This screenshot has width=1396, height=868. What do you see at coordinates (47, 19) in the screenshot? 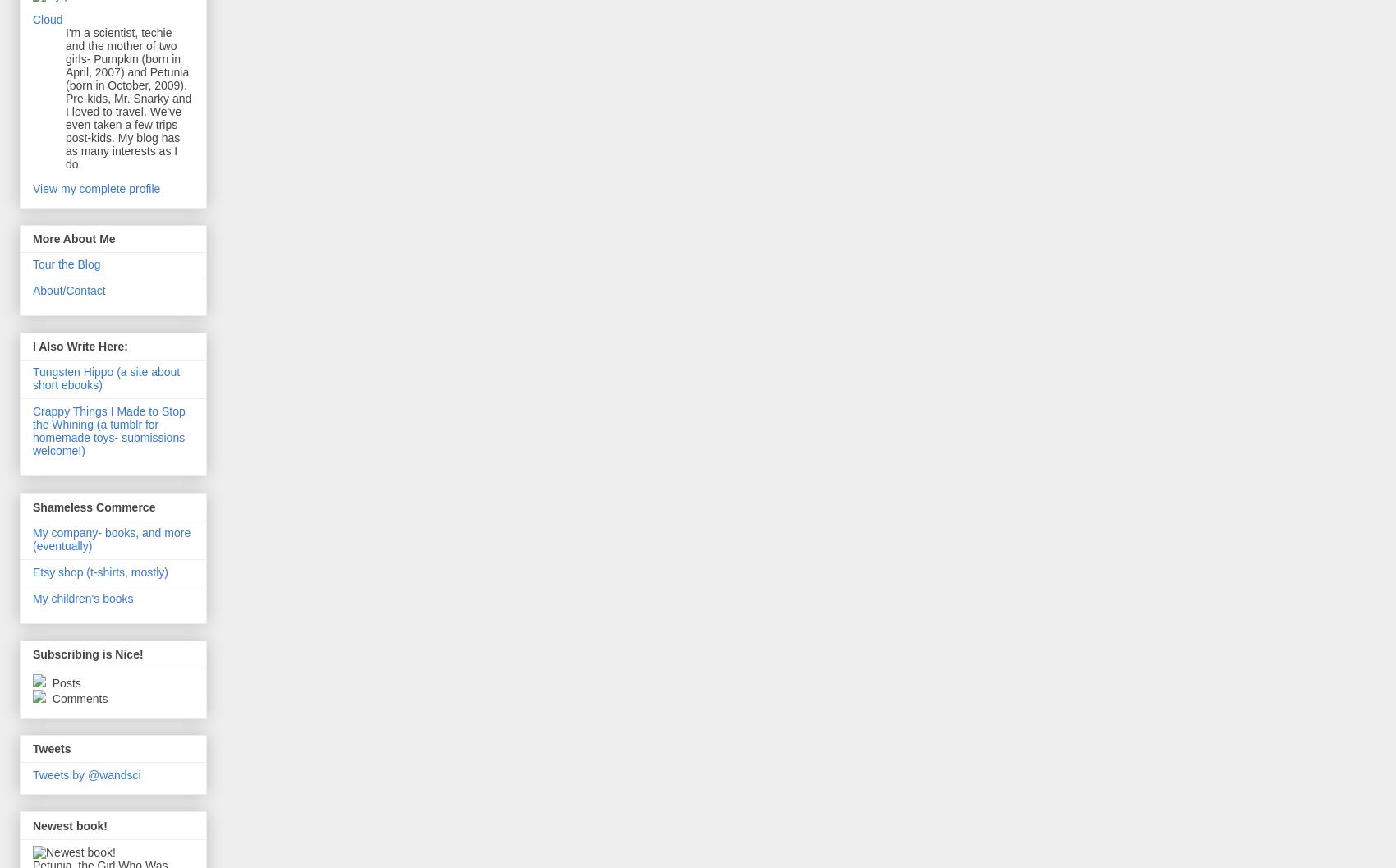
I see `'Cloud'` at bounding box center [47, 19].